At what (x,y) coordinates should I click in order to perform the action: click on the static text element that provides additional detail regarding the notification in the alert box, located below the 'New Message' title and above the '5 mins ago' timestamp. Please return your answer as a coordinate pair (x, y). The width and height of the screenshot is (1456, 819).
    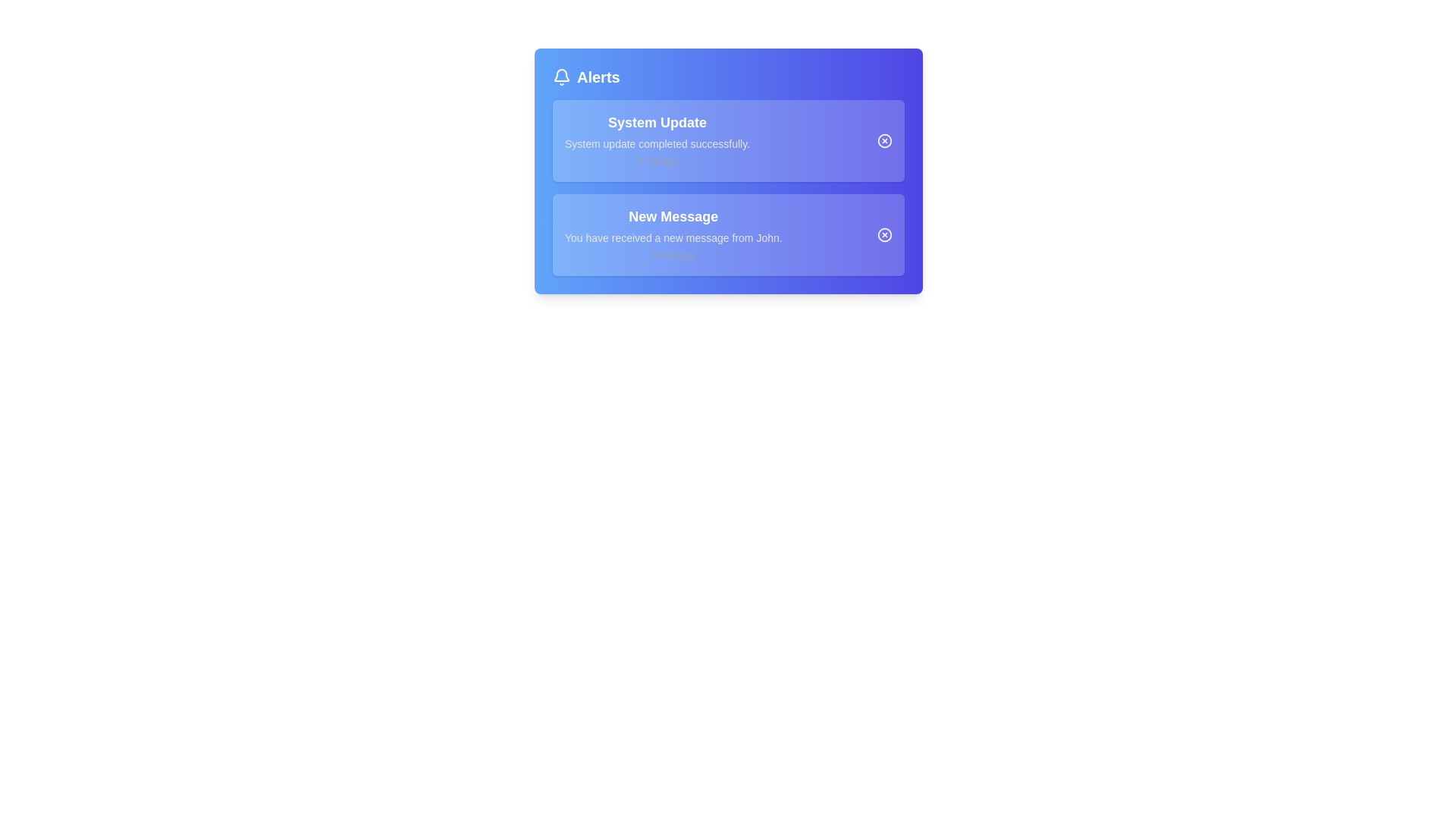
    Looking at the image, I should click on (673, 237).